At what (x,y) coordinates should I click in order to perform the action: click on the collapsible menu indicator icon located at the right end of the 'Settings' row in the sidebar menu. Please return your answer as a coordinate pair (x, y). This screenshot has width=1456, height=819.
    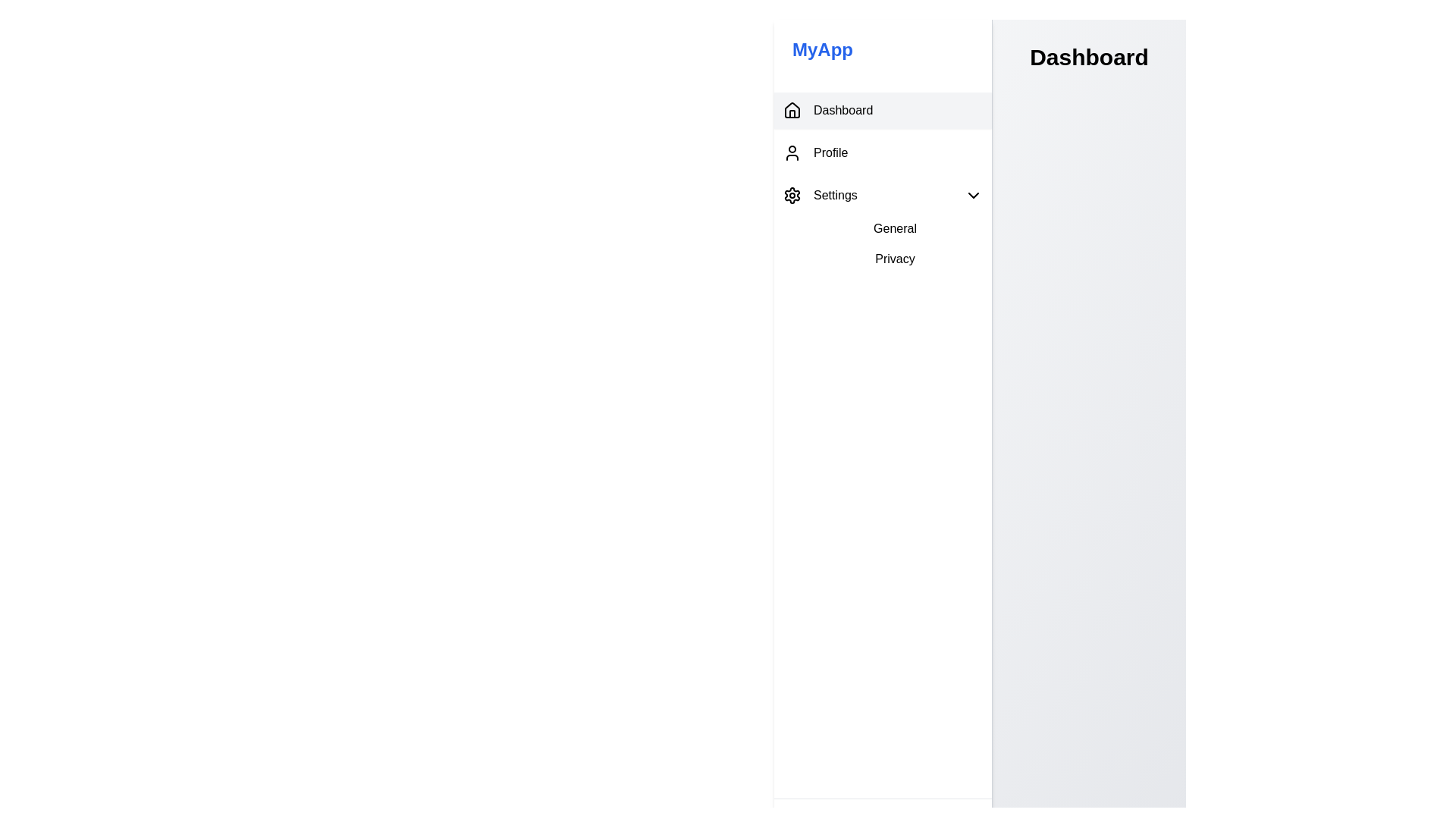
    Looking at the image, I should click on (973, 195).